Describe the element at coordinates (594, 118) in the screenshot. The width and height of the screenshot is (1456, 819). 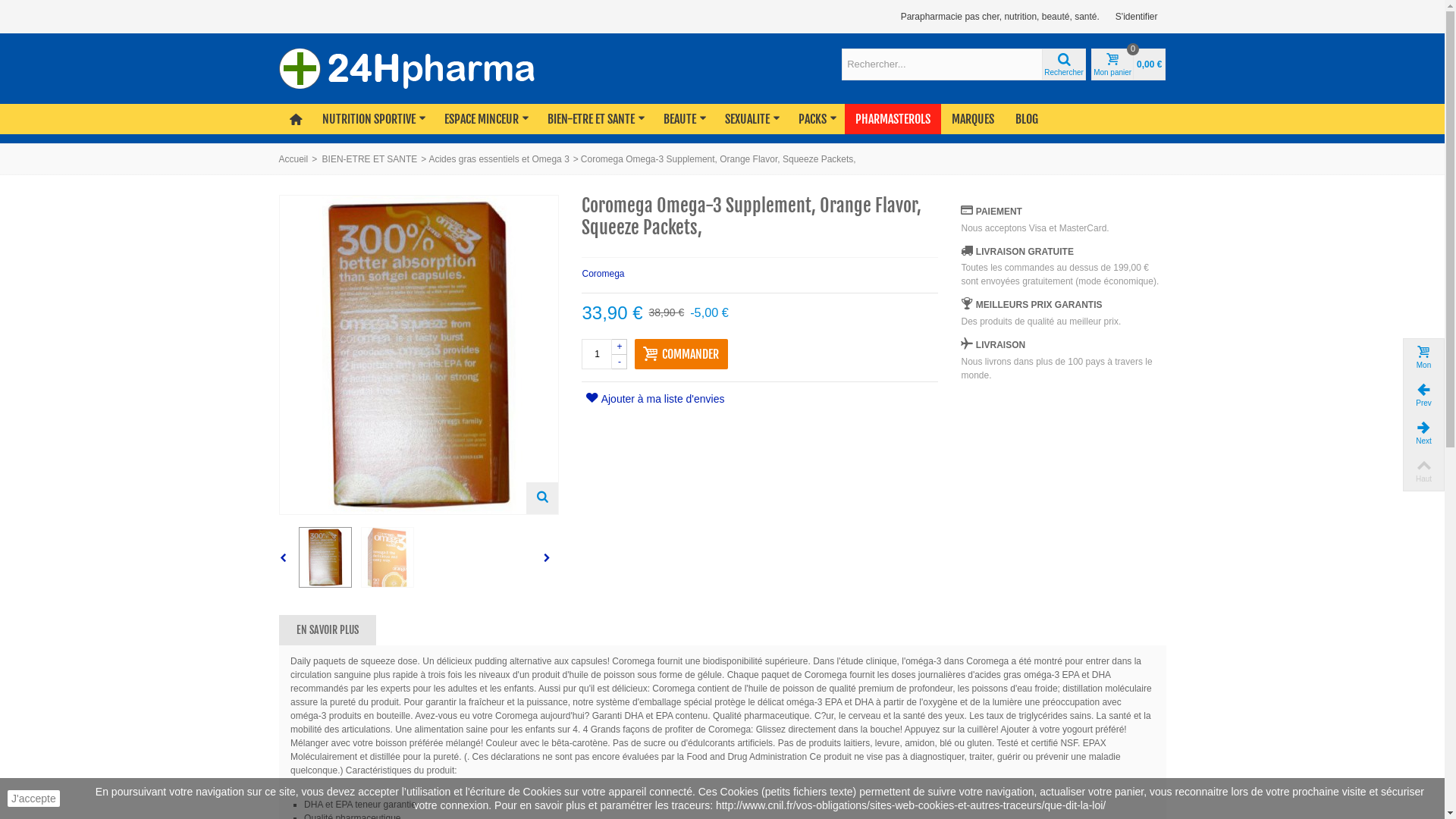
I see `'BIEN-ETRE ET SANTE'` at that location.